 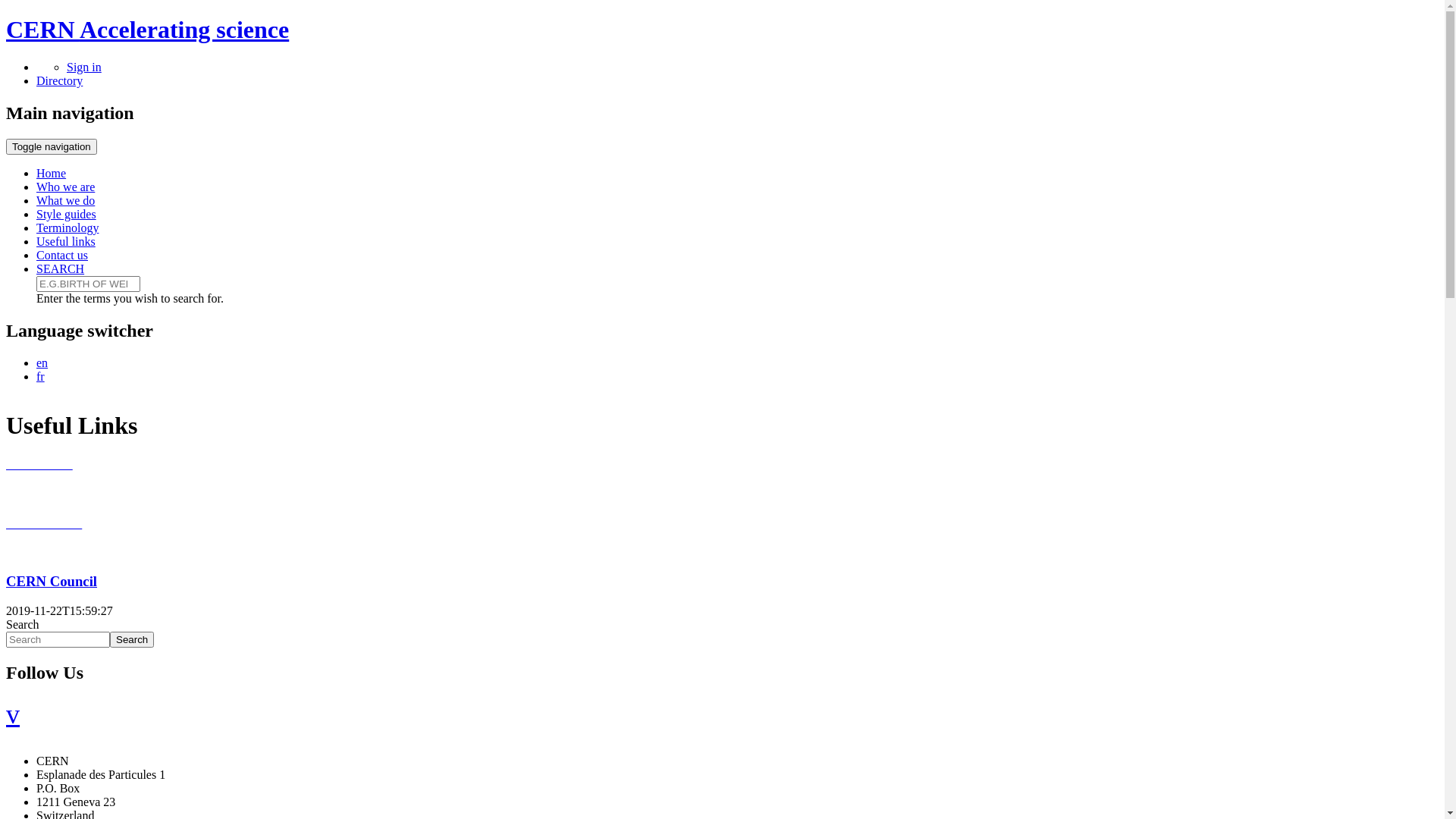 What do you see at coordinates (147, 29) in the screenshot?
I see `'CERN Accelerating science'` at bounding box center [147, 29].